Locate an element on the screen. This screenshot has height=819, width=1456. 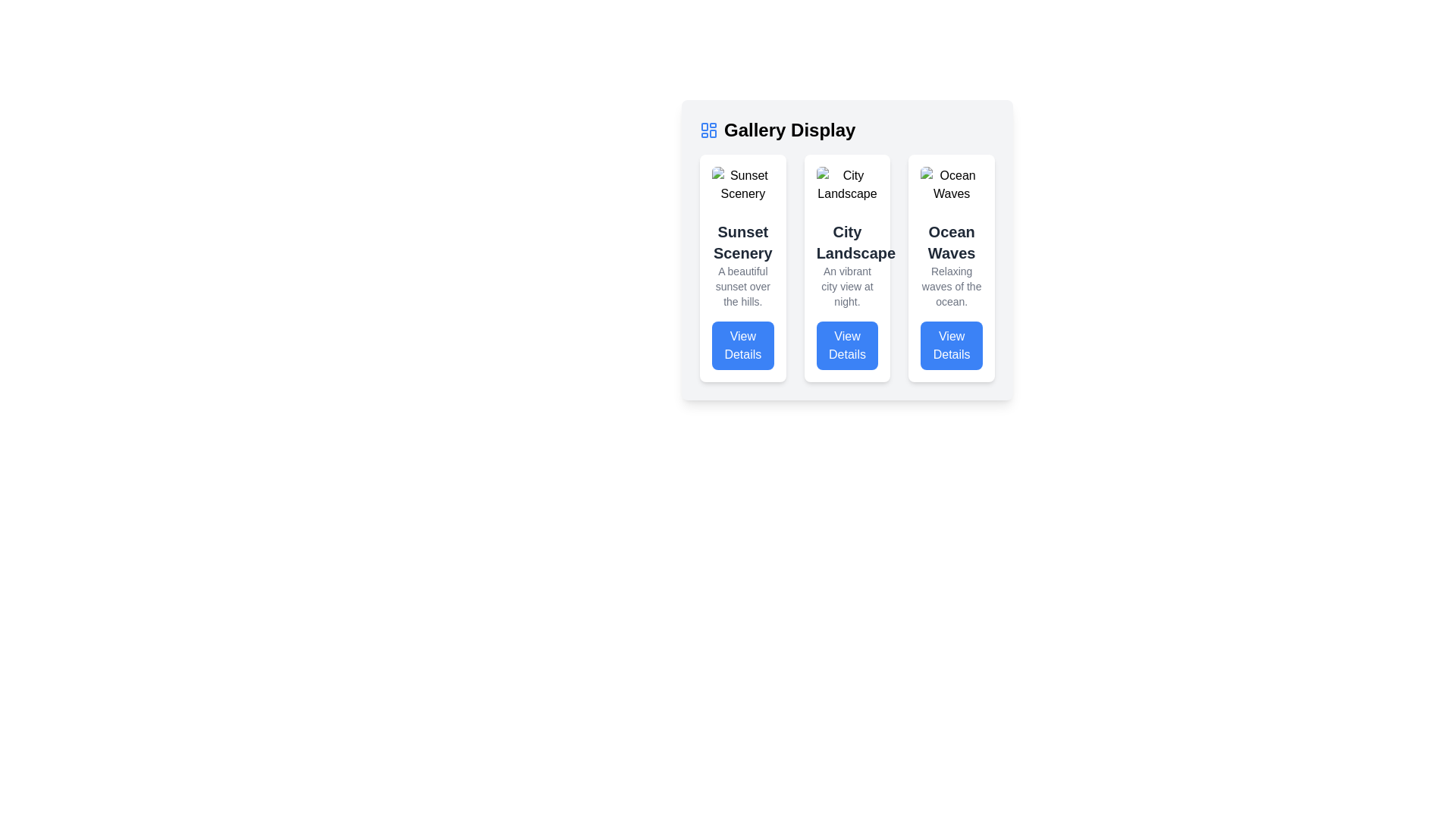
the Text Label that denotes 'Sunset Scenery' to enhance visibility is located at coordinates (742, 242).